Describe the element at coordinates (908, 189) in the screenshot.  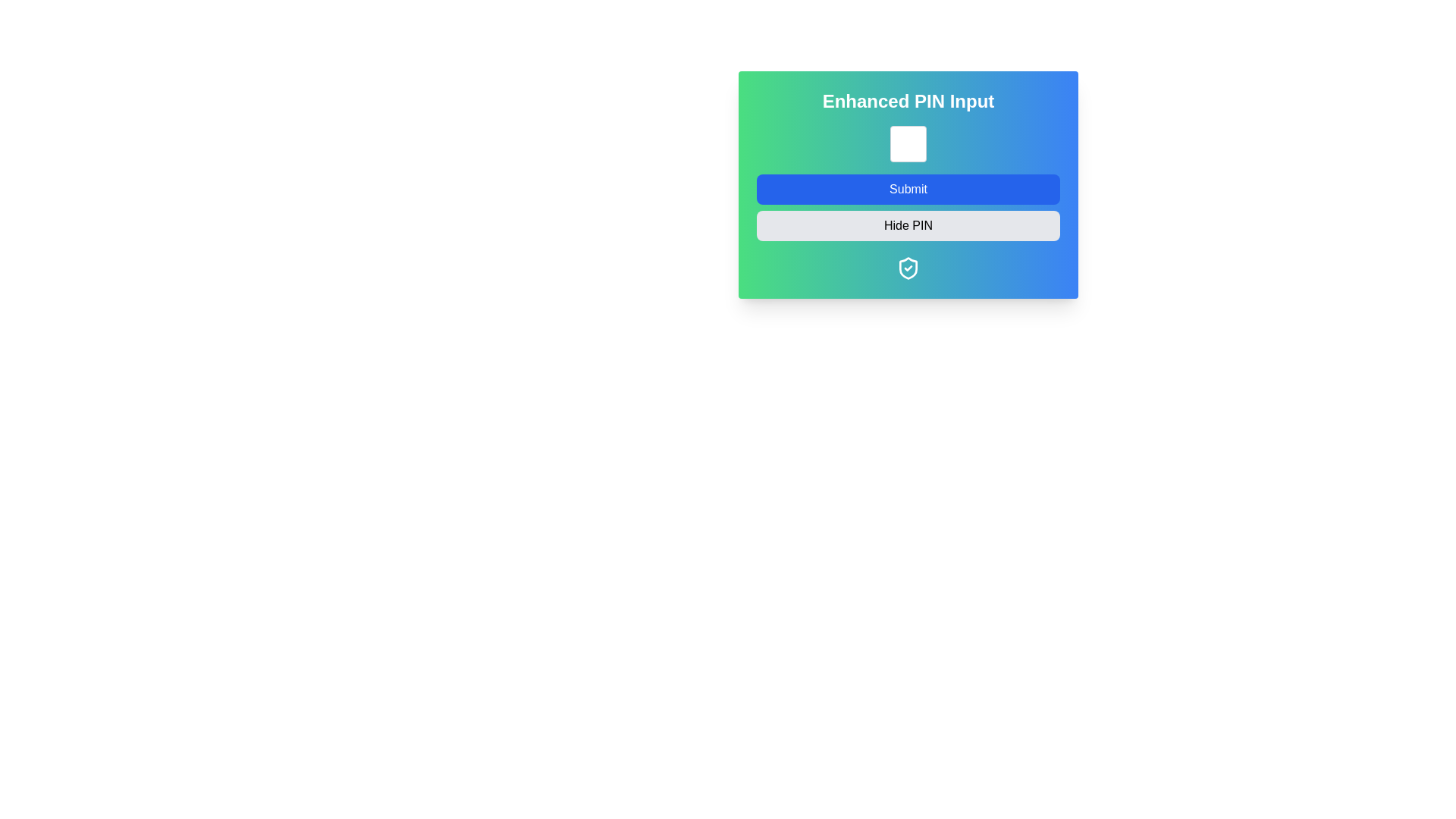
I see `the 'Submit' button, which is a rectangular button with a blue background and rounded corners` at that location.